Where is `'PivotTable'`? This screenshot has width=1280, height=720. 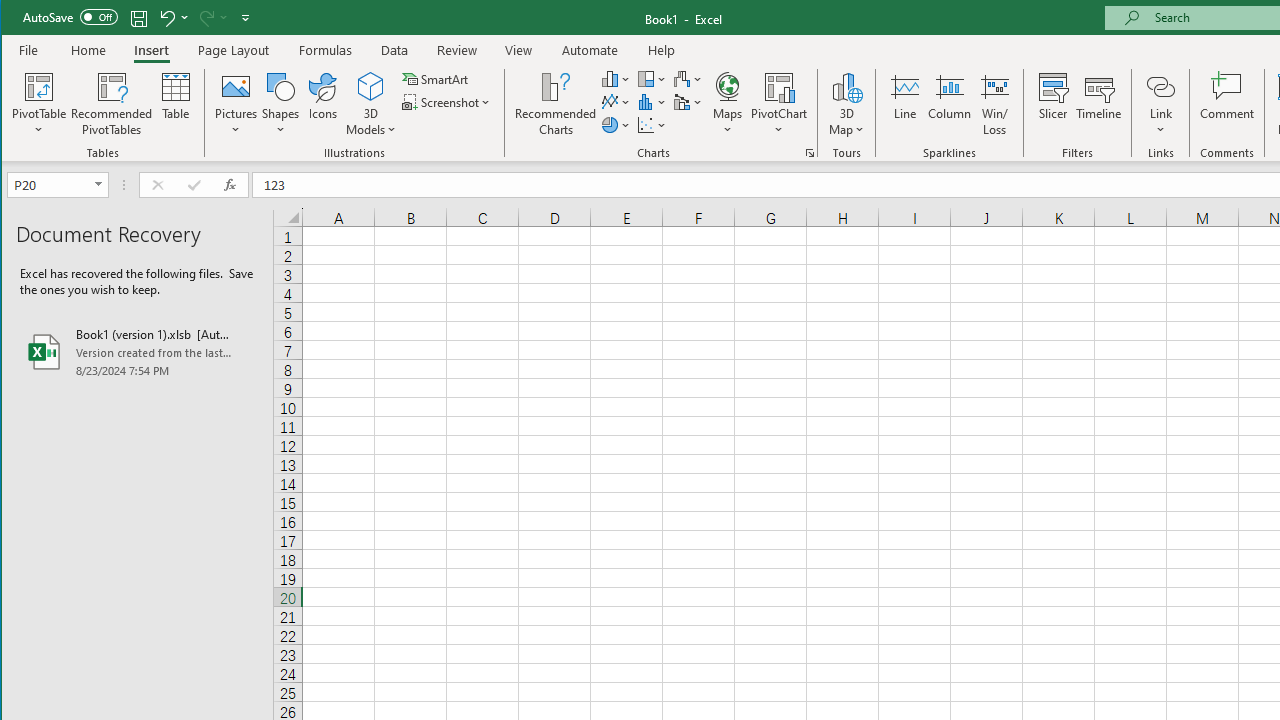 'PivotTable' is located at coordinates (39, 104).